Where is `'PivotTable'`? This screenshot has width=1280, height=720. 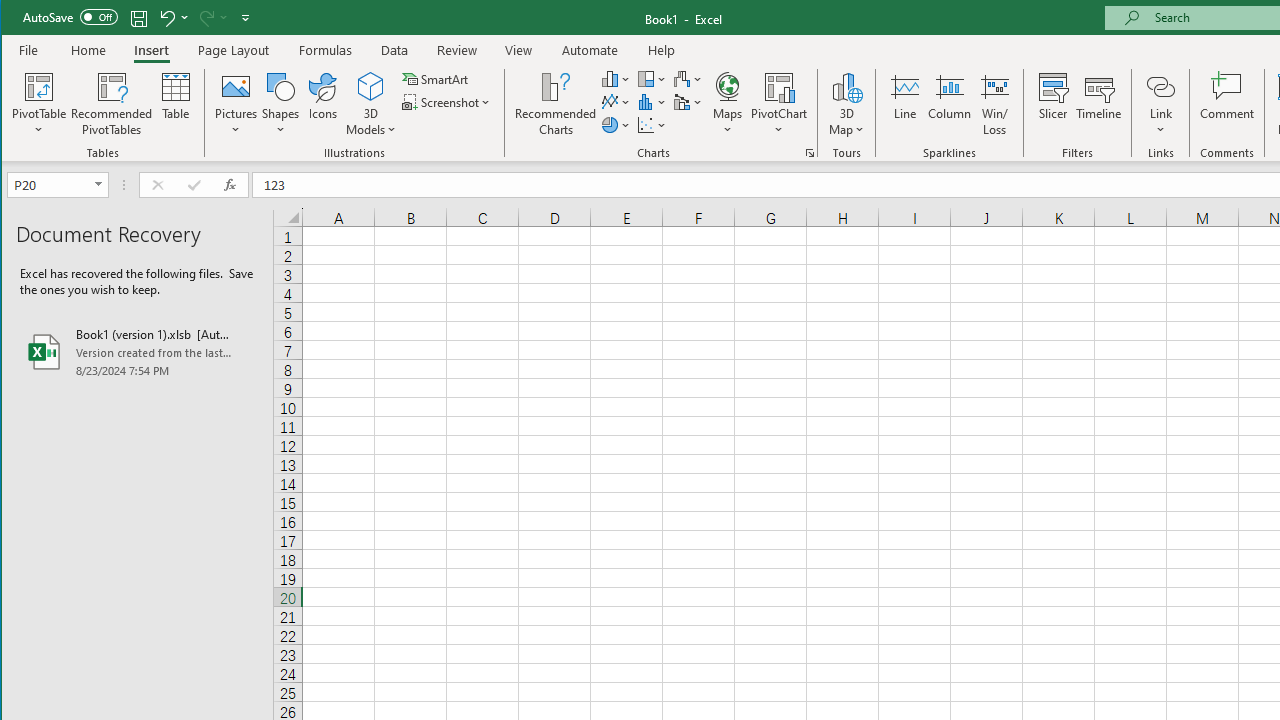 'PivotTable' is located at coordinates (39, 104).